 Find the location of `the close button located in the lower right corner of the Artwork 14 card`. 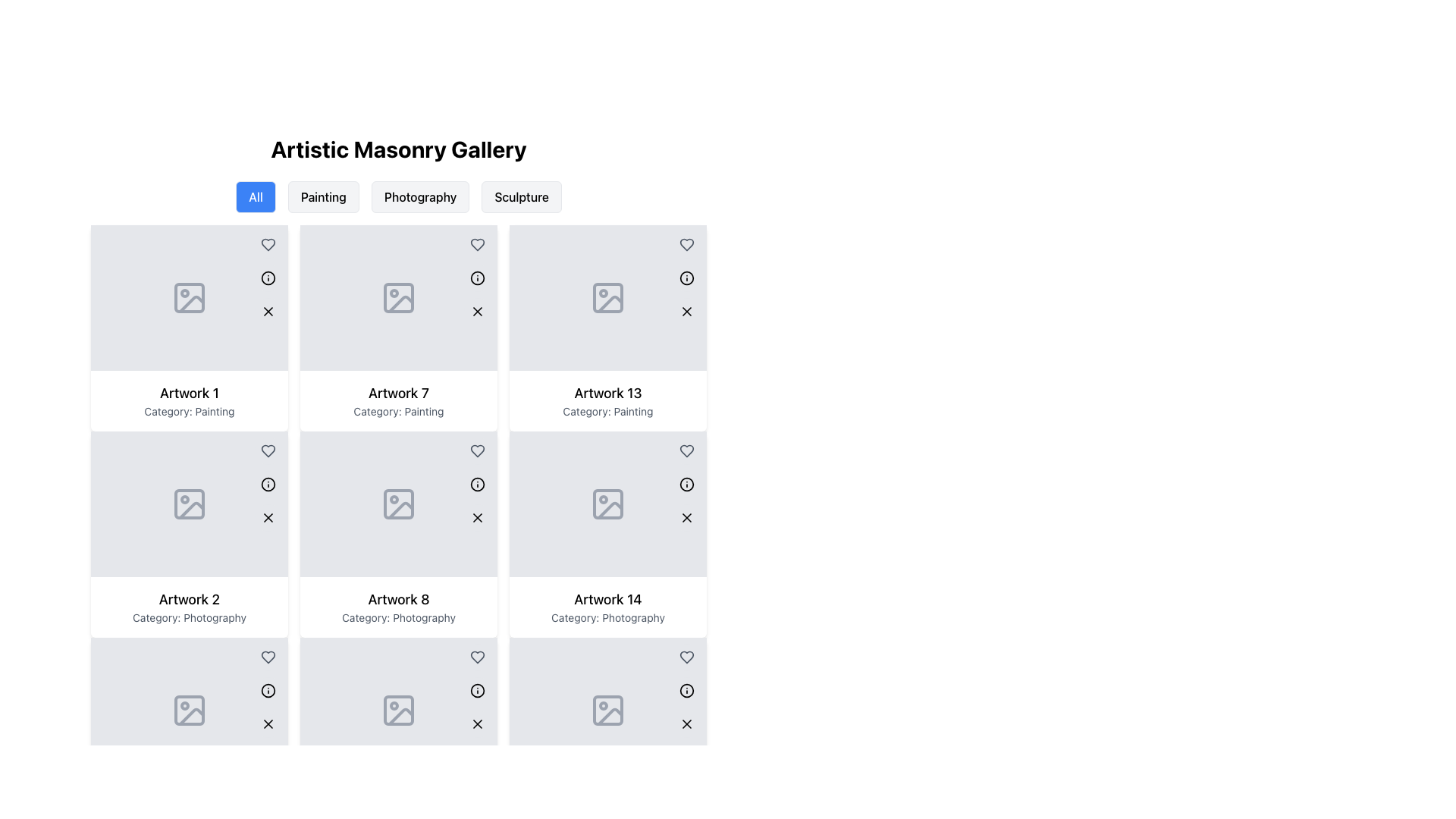

the close button located in the lower right corner of the Artwork 14 card is located at coordinates (686, 516).